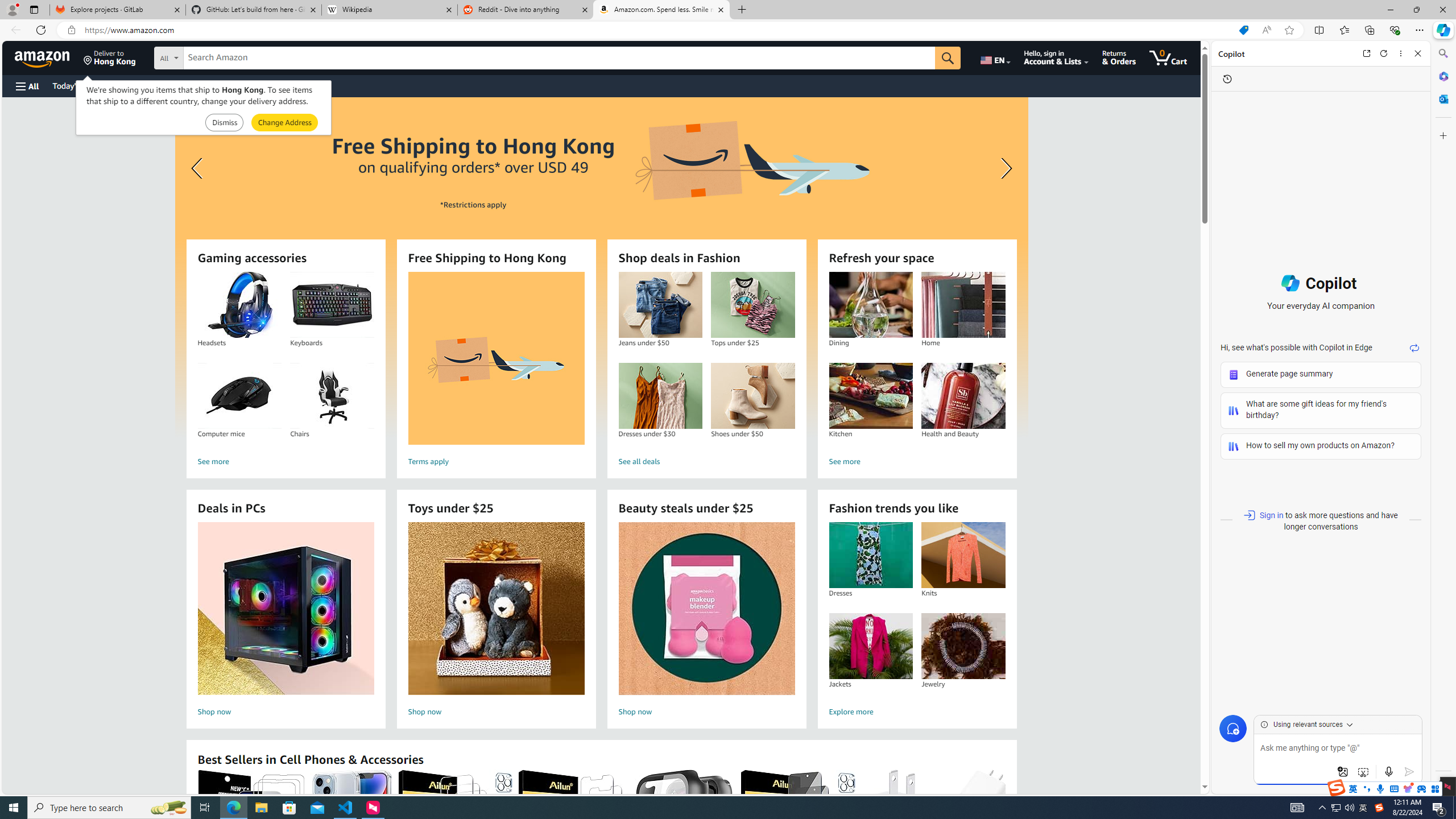 The image size is (1456, 819). I want to click on 'Chairs', so click(331, 396).